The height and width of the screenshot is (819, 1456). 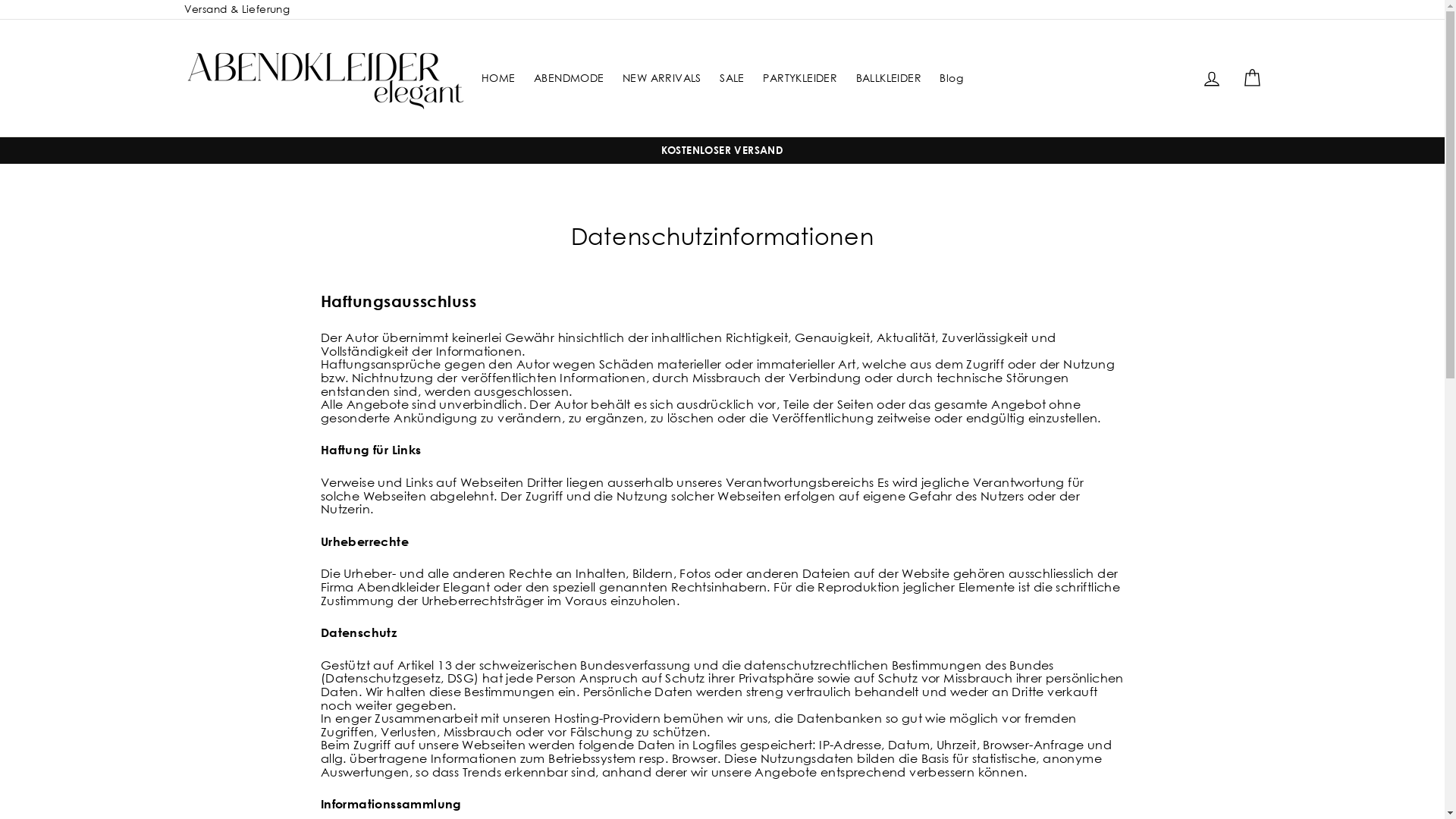 I want to click on 'Direkt zum Inhalt', so click(x=0, y=0).